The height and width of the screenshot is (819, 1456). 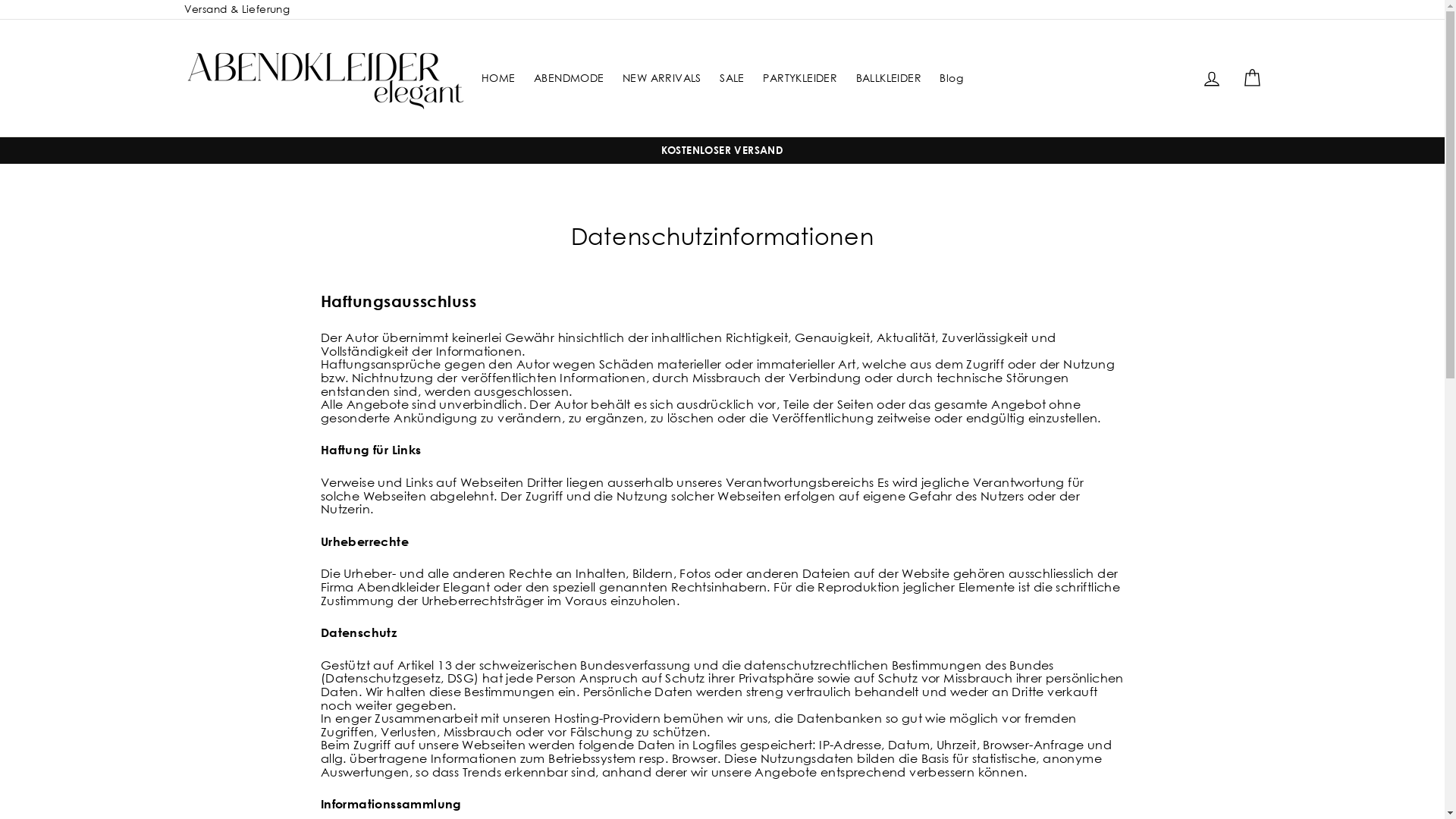 I want to click on 'Direkt zum Inhalt', so click(x=0, y=0).